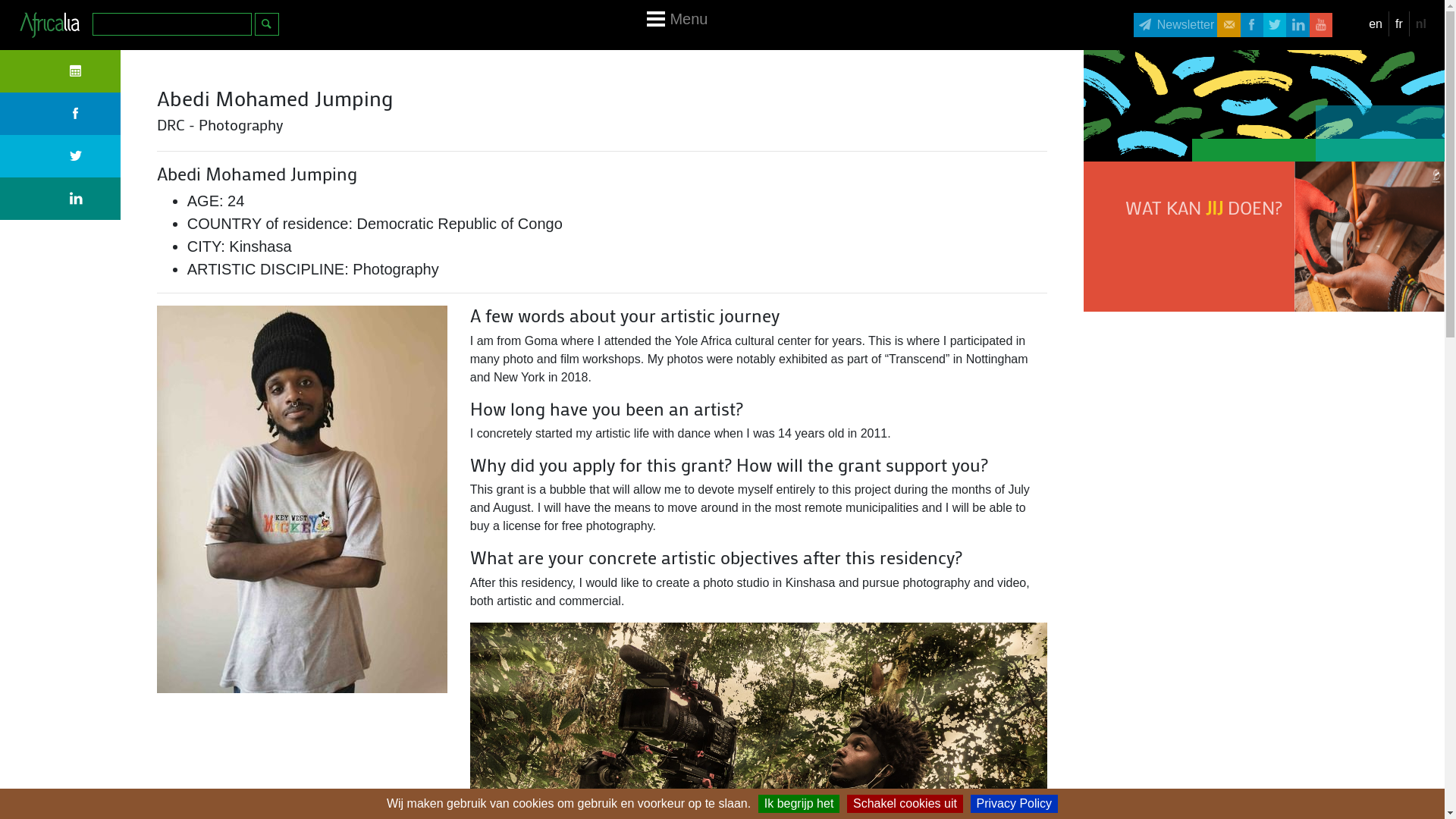 The image size is (1456, 819). What do you see at coordinates (846, 803) in the screenshot?
I see `'Schakel cookies uit'` at bounding box center [846, 803].